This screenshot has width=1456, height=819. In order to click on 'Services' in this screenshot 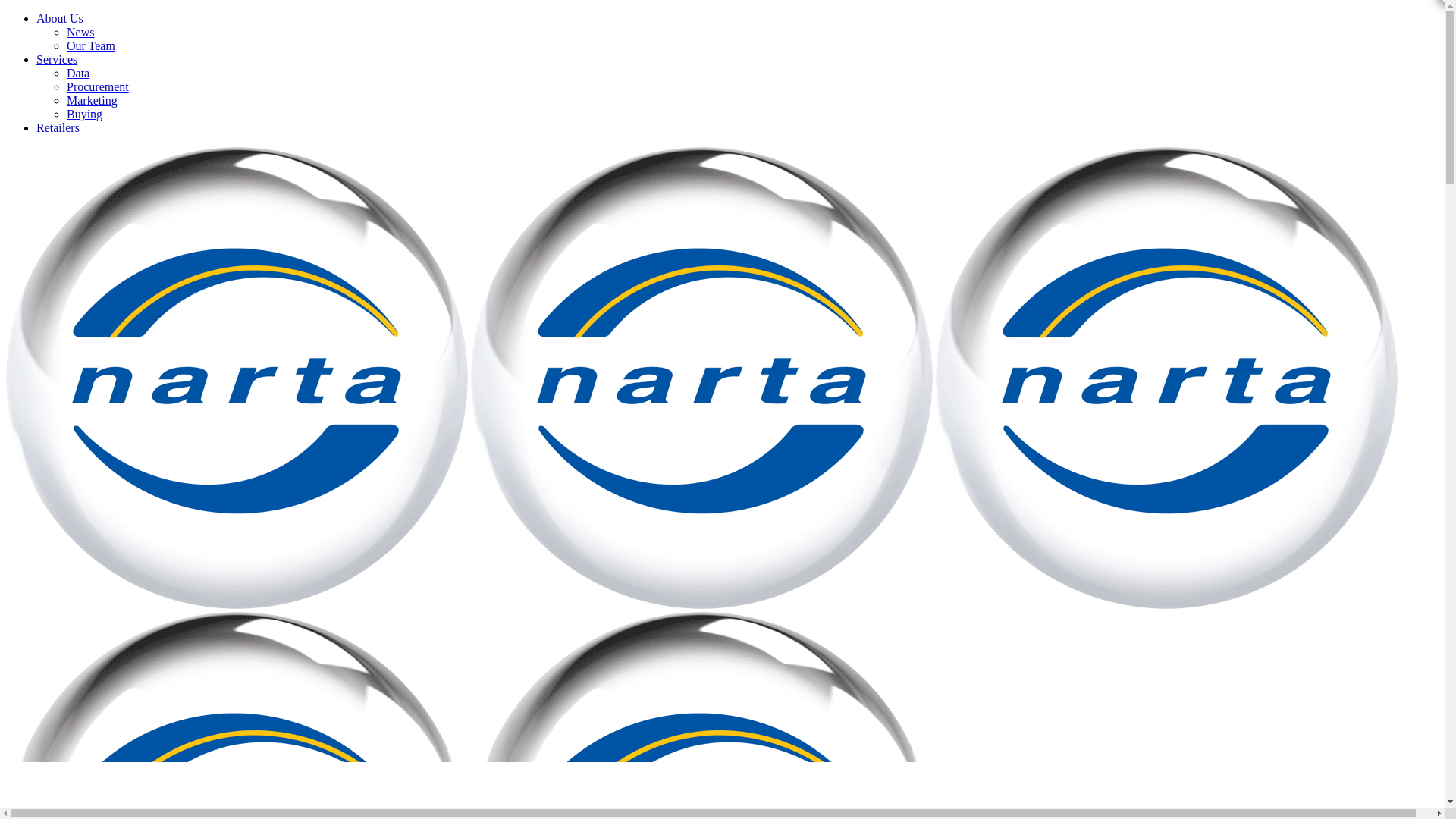, I will do `click(57, 58)`.